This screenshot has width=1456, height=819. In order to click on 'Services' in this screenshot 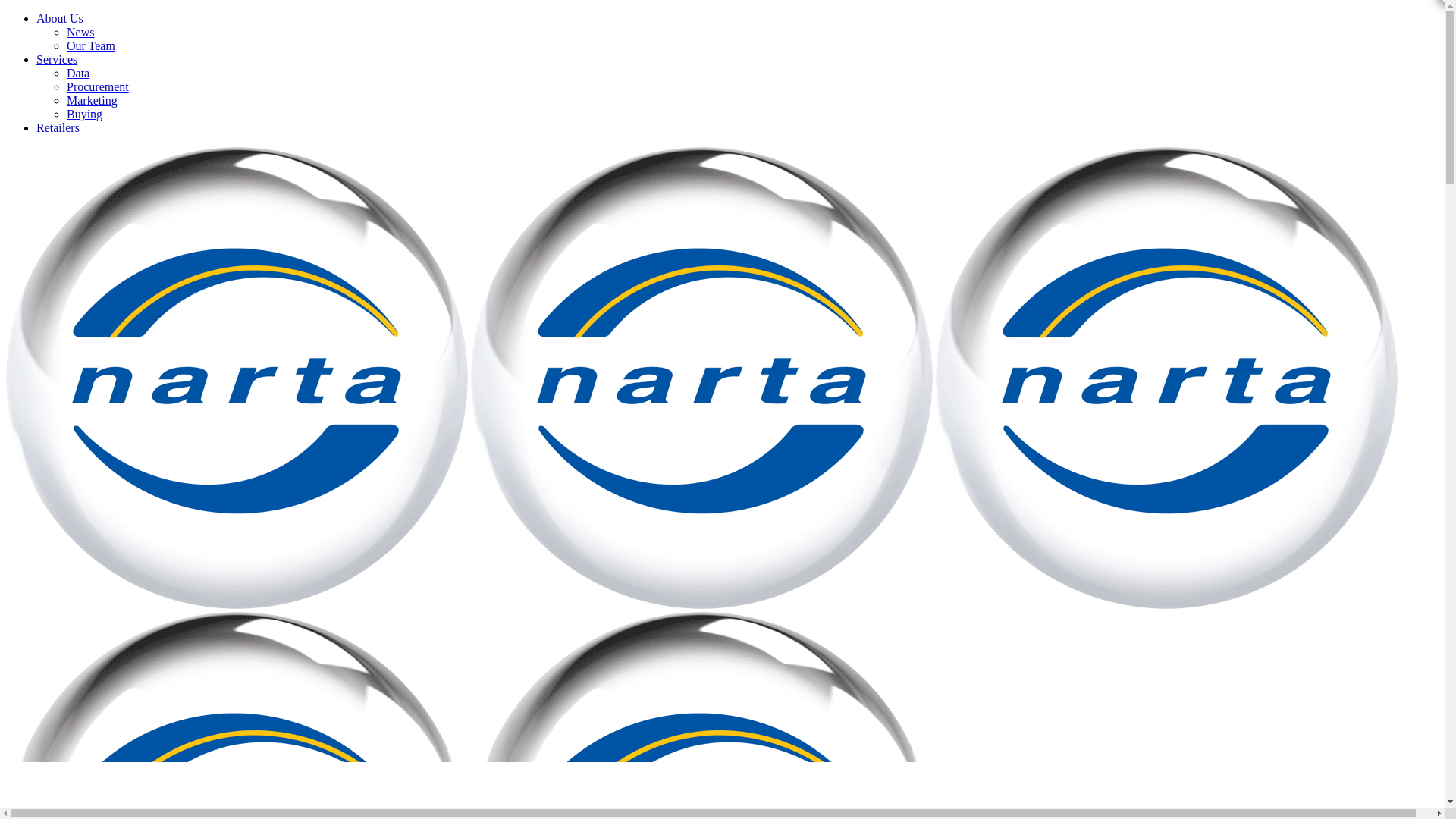, I will do `click(57, 58)`.